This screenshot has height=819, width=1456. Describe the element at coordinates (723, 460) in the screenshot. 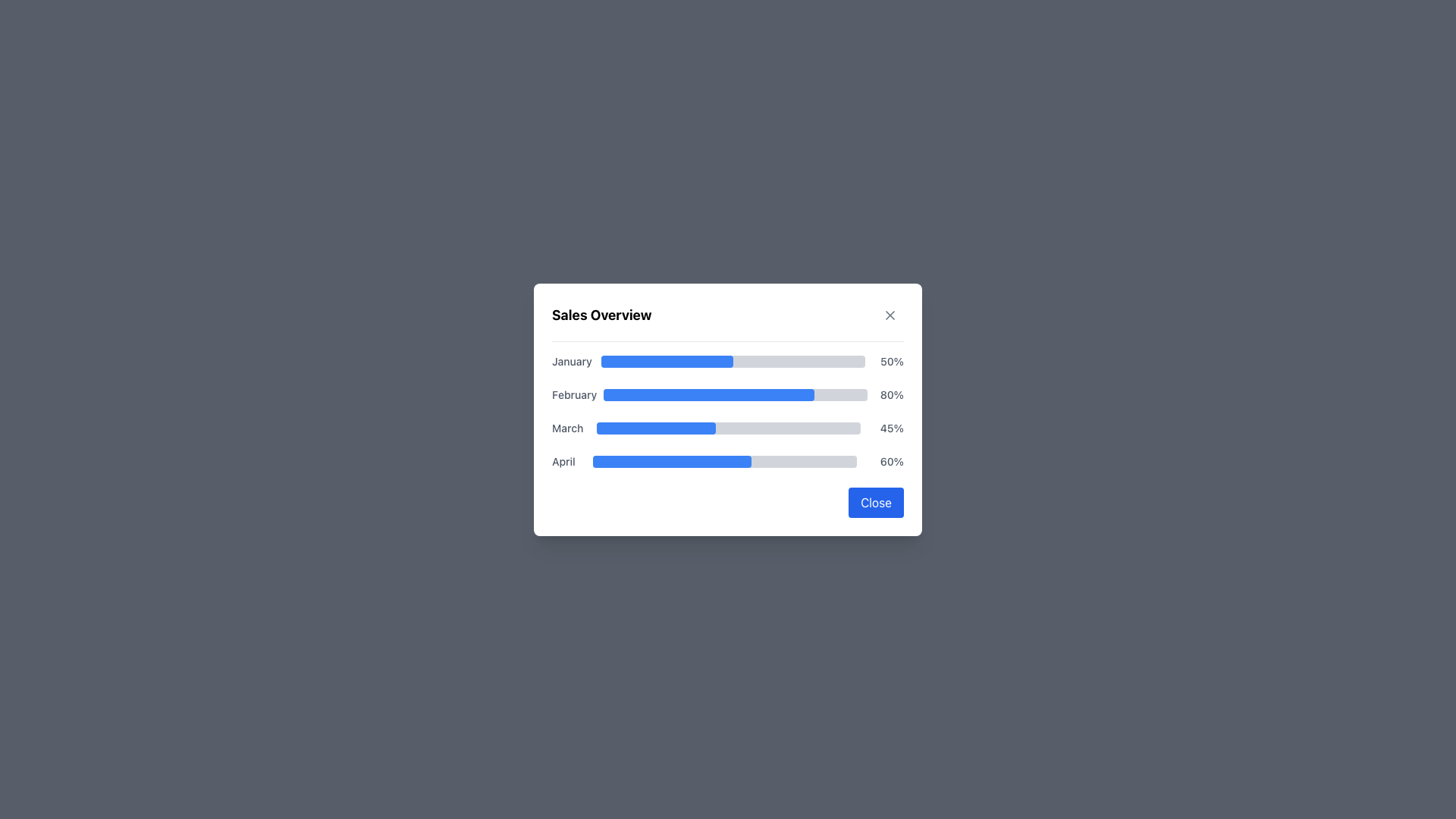

I see `the Progress Bar element displaying the progress for the month 'April' in the 'Sales Overview' dialog box` at that location.